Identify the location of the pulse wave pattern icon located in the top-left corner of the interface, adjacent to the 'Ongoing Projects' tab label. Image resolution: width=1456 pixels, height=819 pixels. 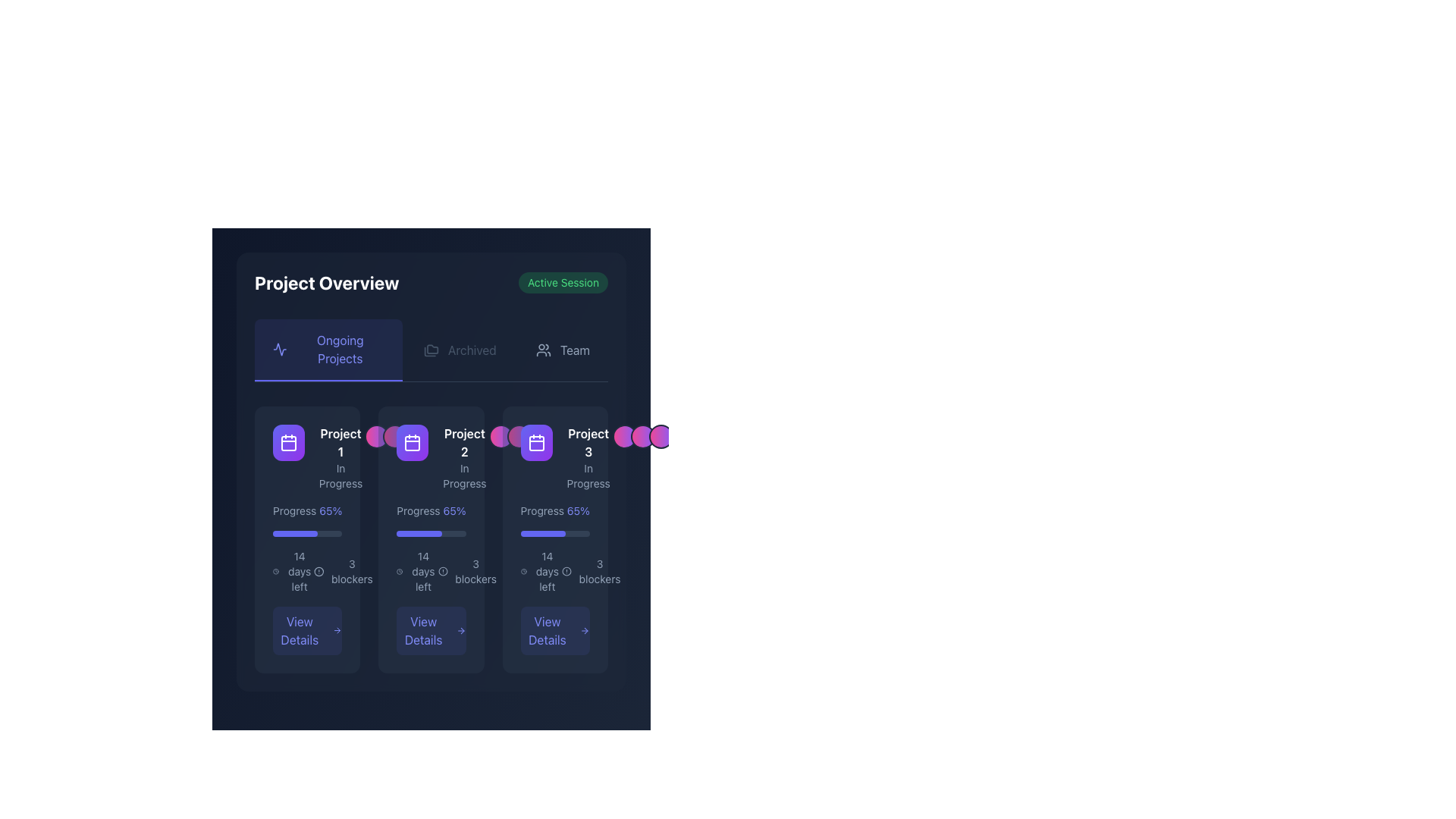
(280, 350).